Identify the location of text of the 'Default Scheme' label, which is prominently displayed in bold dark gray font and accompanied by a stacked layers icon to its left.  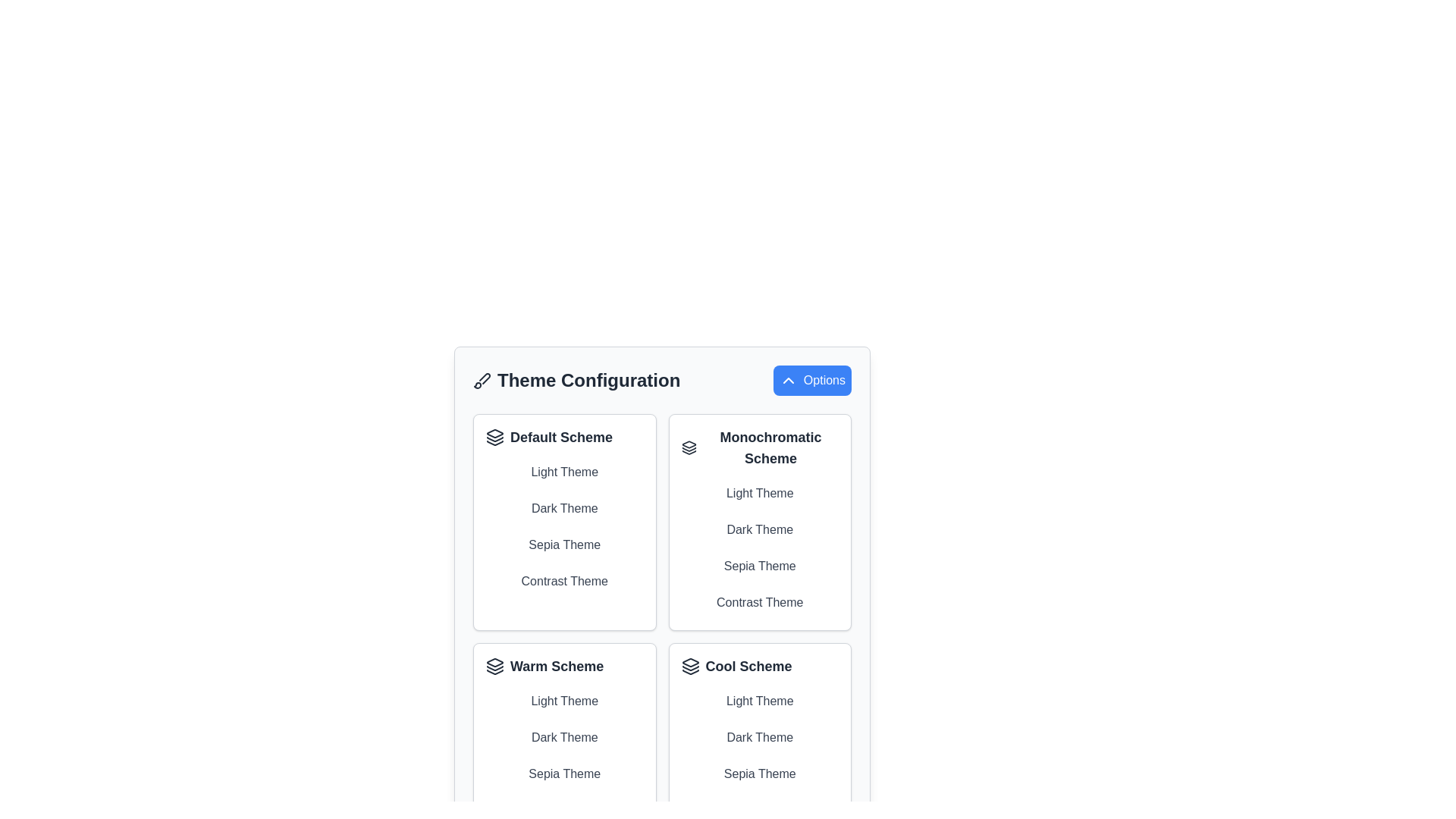
(563, 438).